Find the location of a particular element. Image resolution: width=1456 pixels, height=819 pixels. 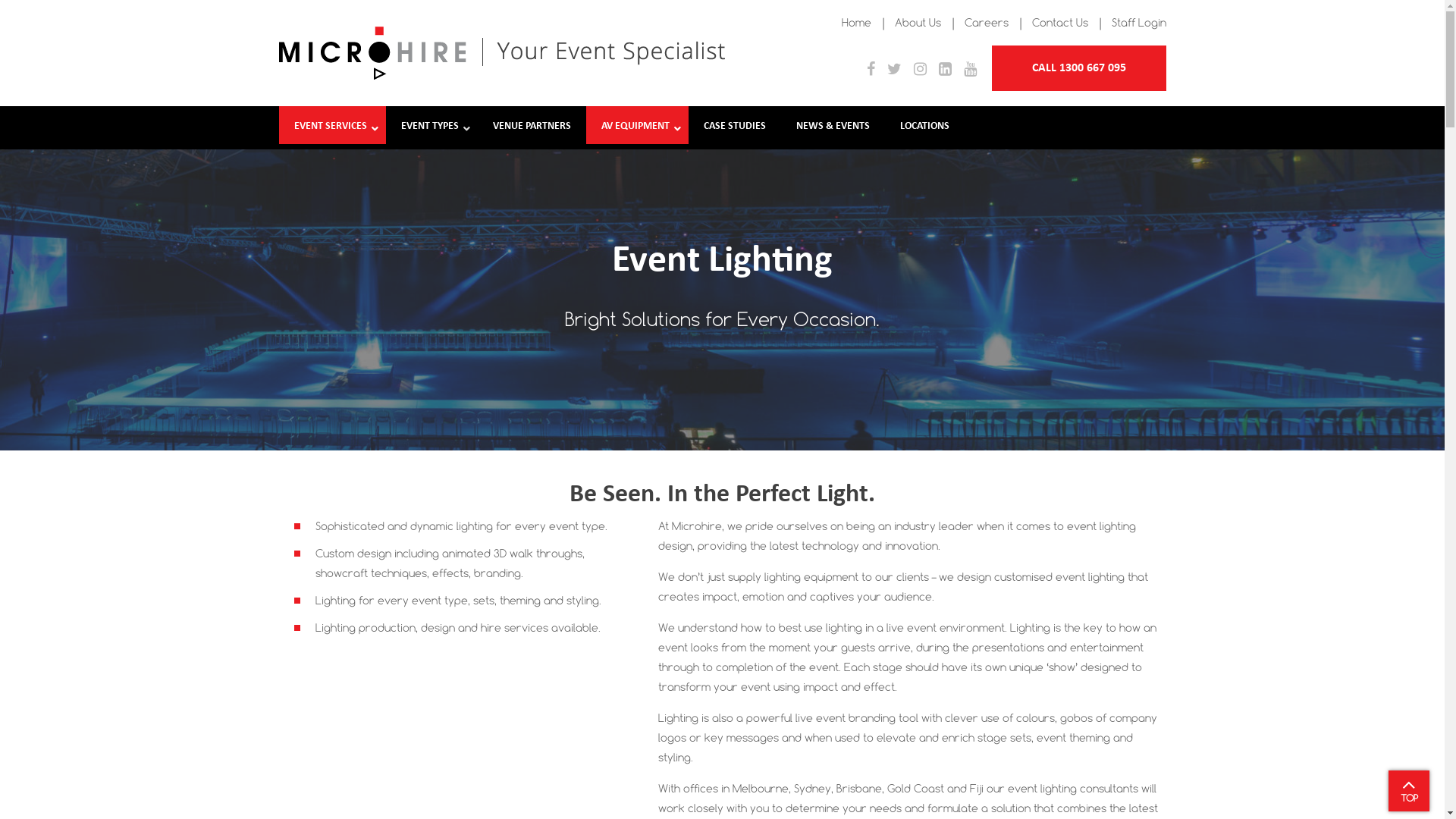

'Instagram' is located at coordinates (918, 70).